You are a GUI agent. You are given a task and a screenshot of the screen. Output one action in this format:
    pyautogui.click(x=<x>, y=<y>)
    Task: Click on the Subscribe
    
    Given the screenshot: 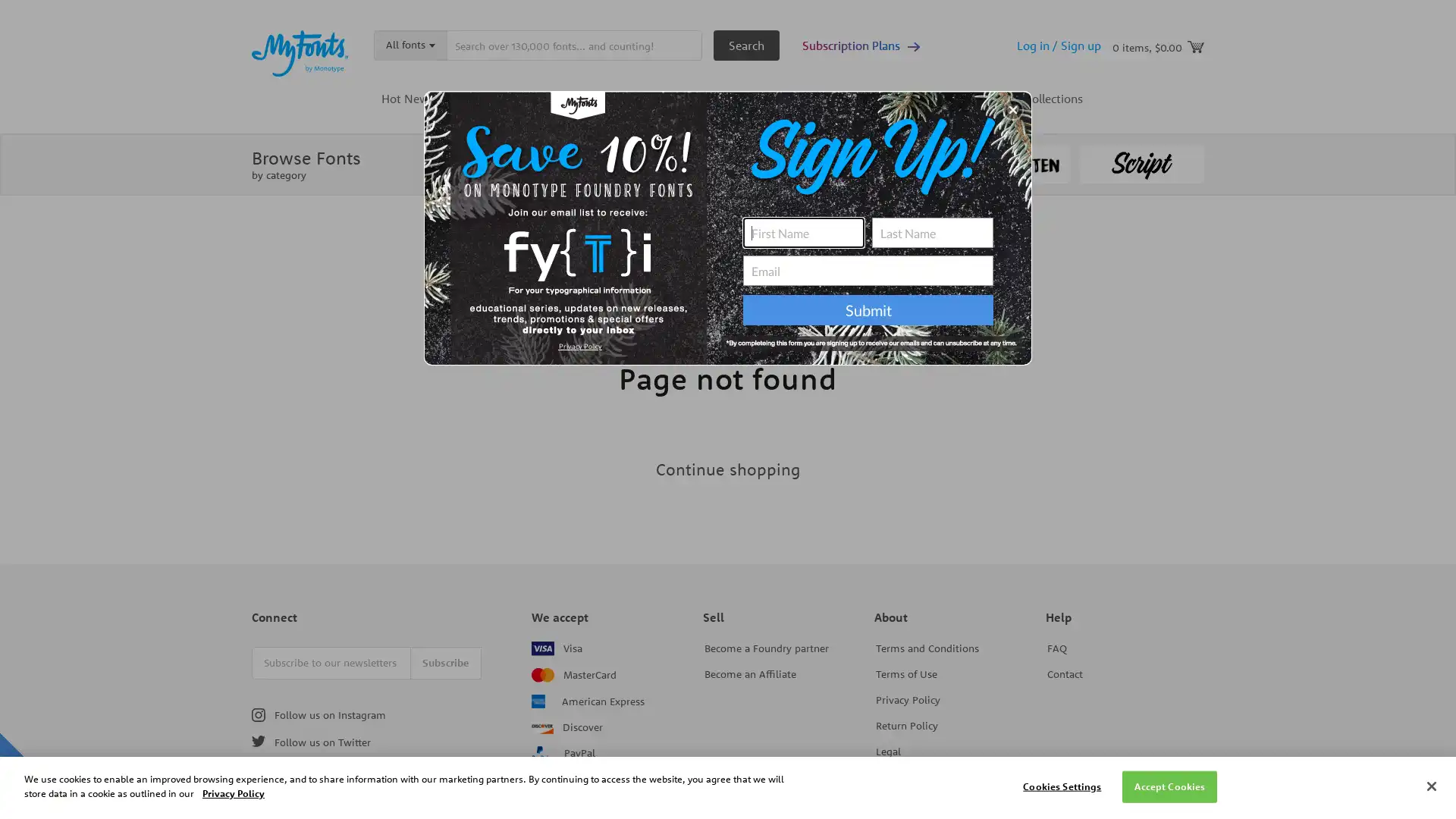 What is the action you would take?
    pyautogui.click(x=445, y=661)
    